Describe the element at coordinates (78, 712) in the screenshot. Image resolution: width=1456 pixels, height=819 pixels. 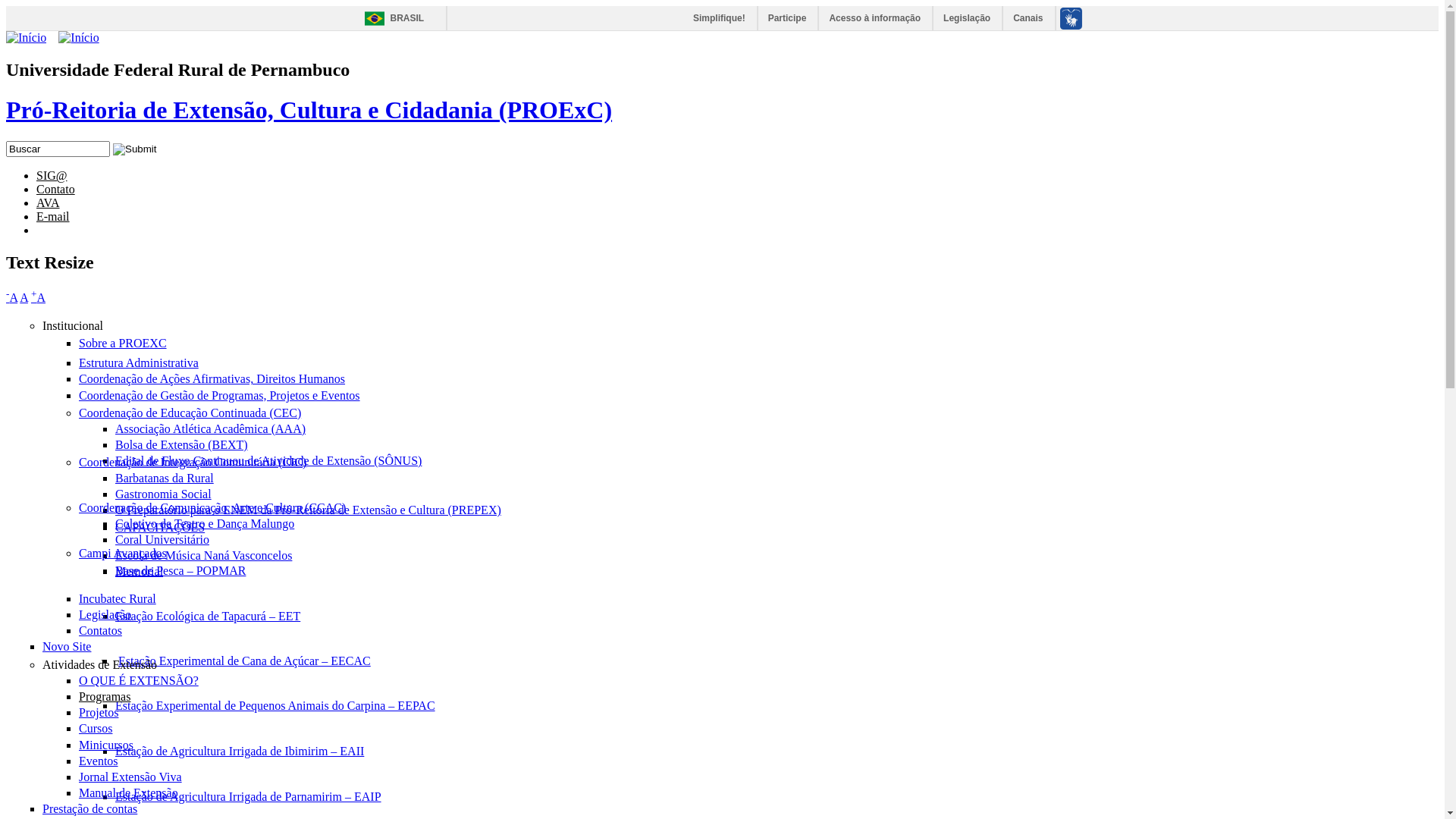
I see `'Projetos'` at that location.